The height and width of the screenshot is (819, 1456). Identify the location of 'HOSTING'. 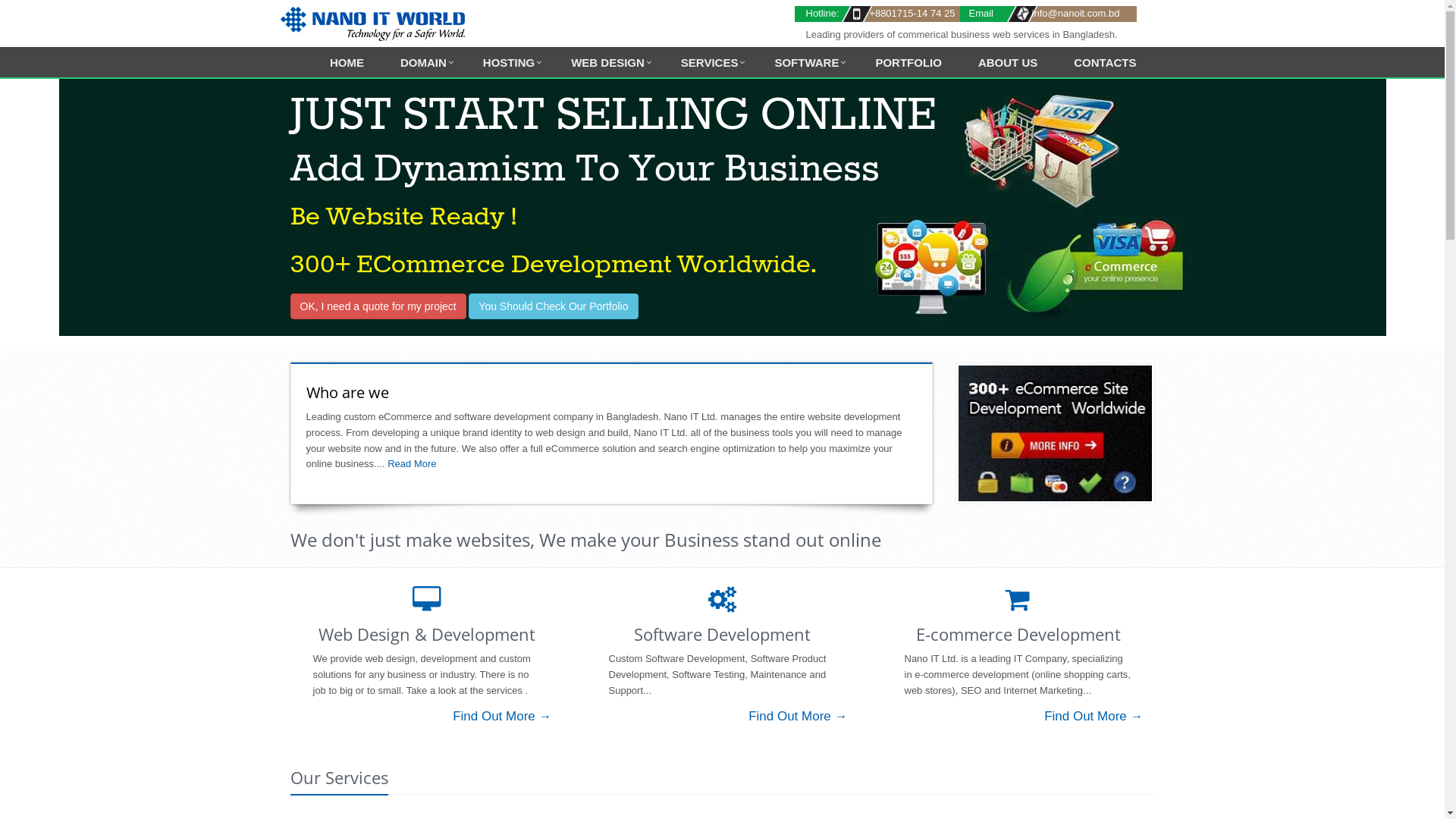
(464, 63).